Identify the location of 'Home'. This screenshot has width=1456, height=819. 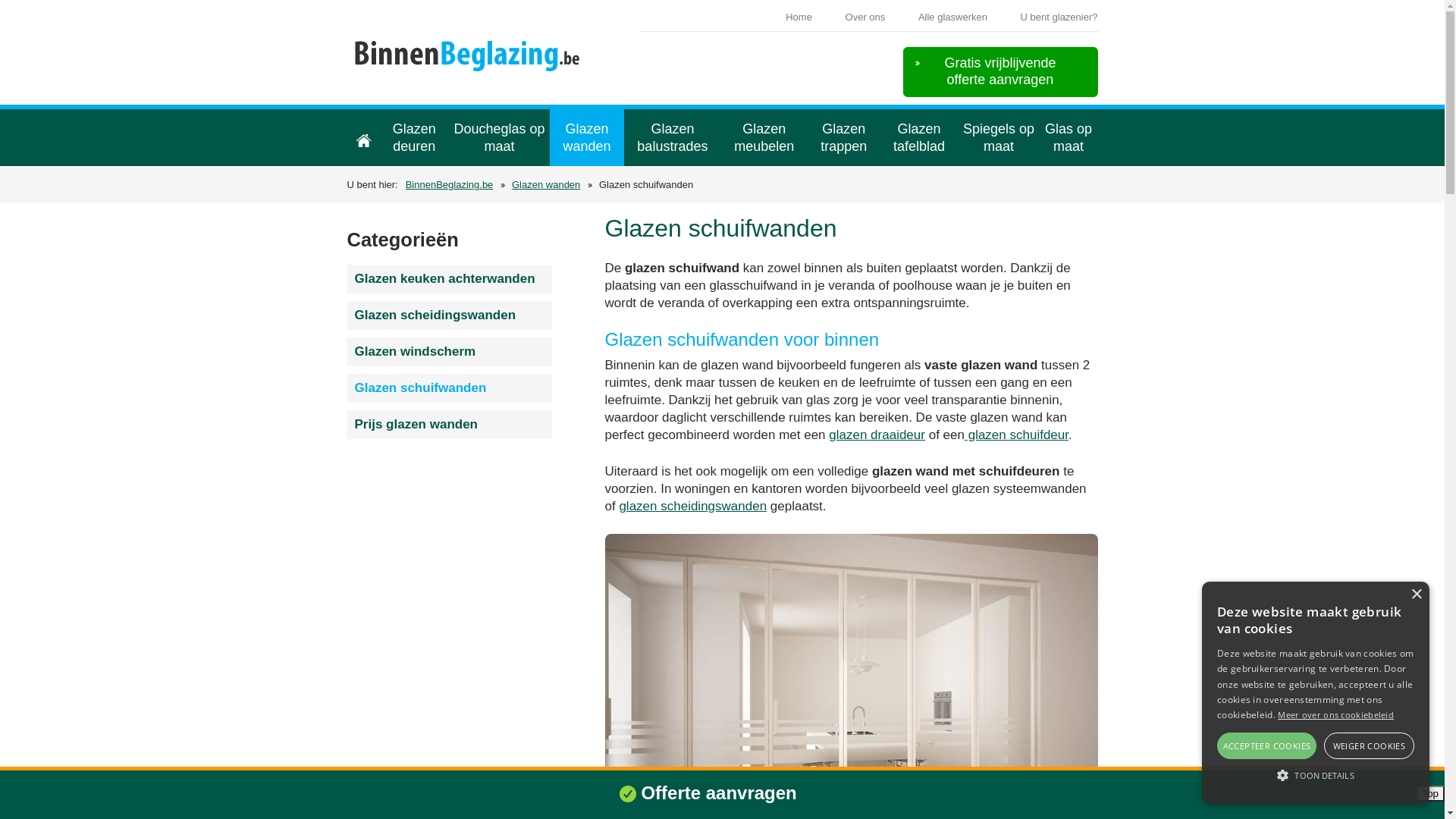
(798, 17).